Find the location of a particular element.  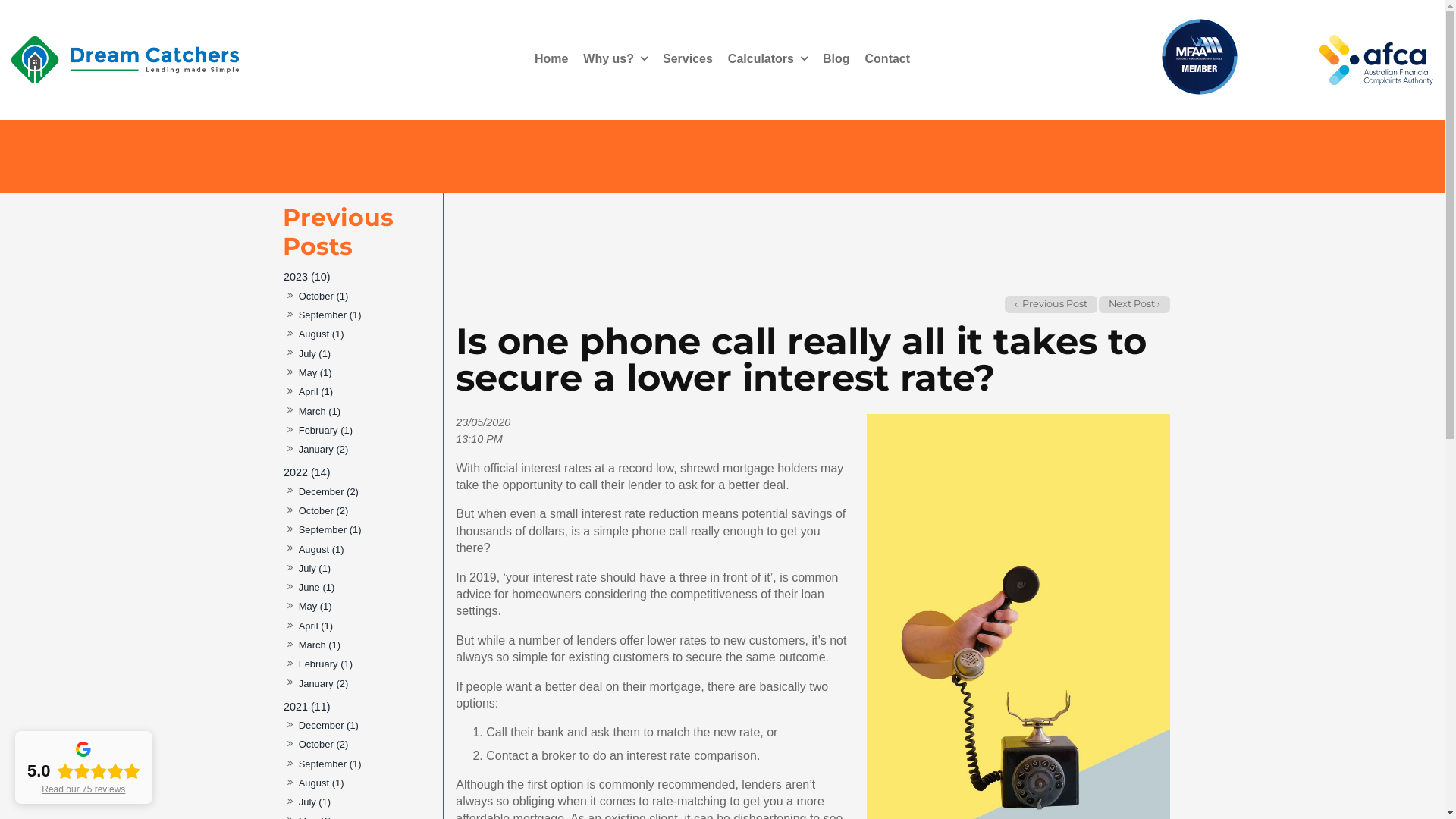

'March (1)' is located at coordinates (318, 645).